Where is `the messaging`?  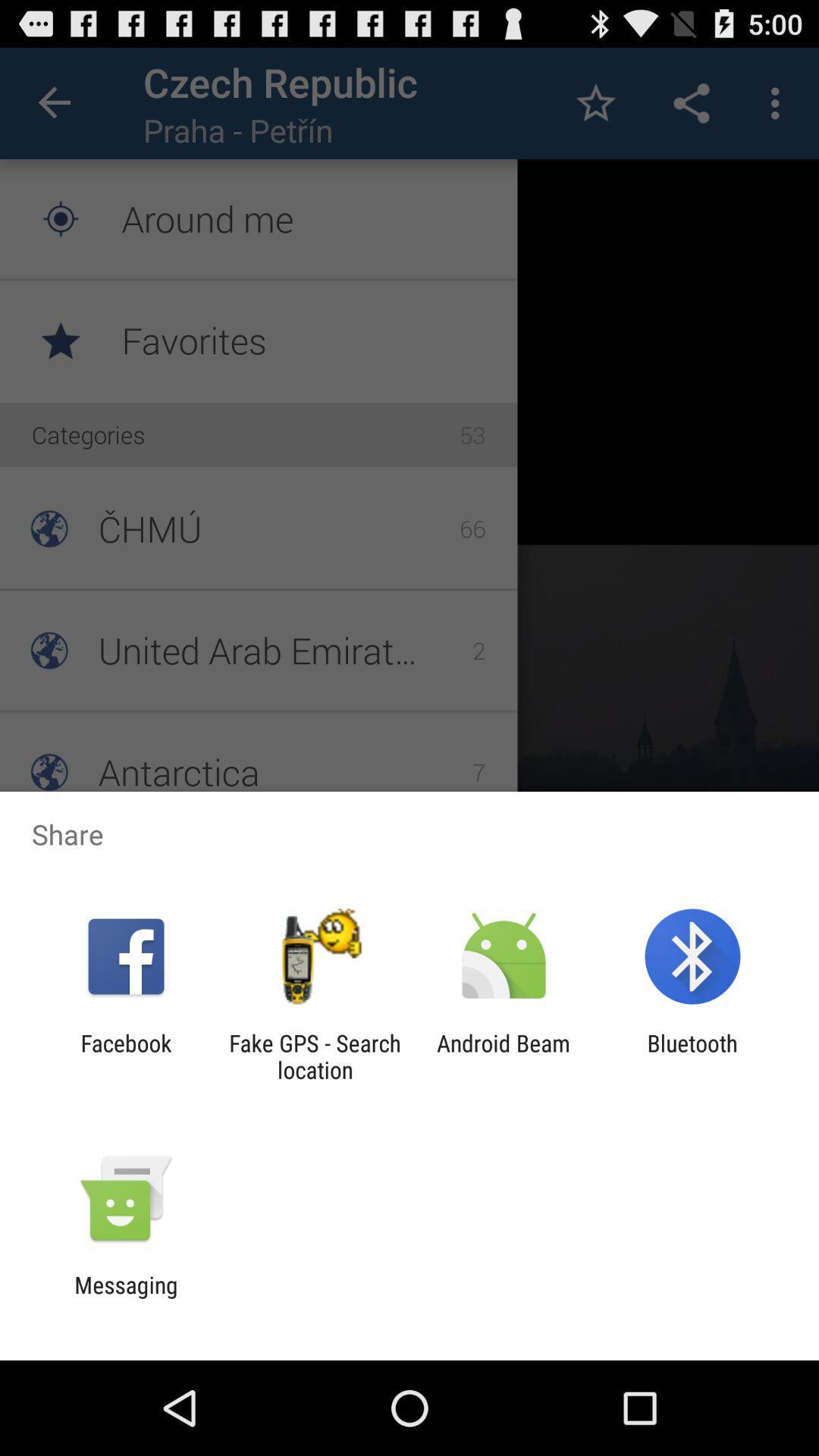 the messaging is located at coordinates (125, 1298).